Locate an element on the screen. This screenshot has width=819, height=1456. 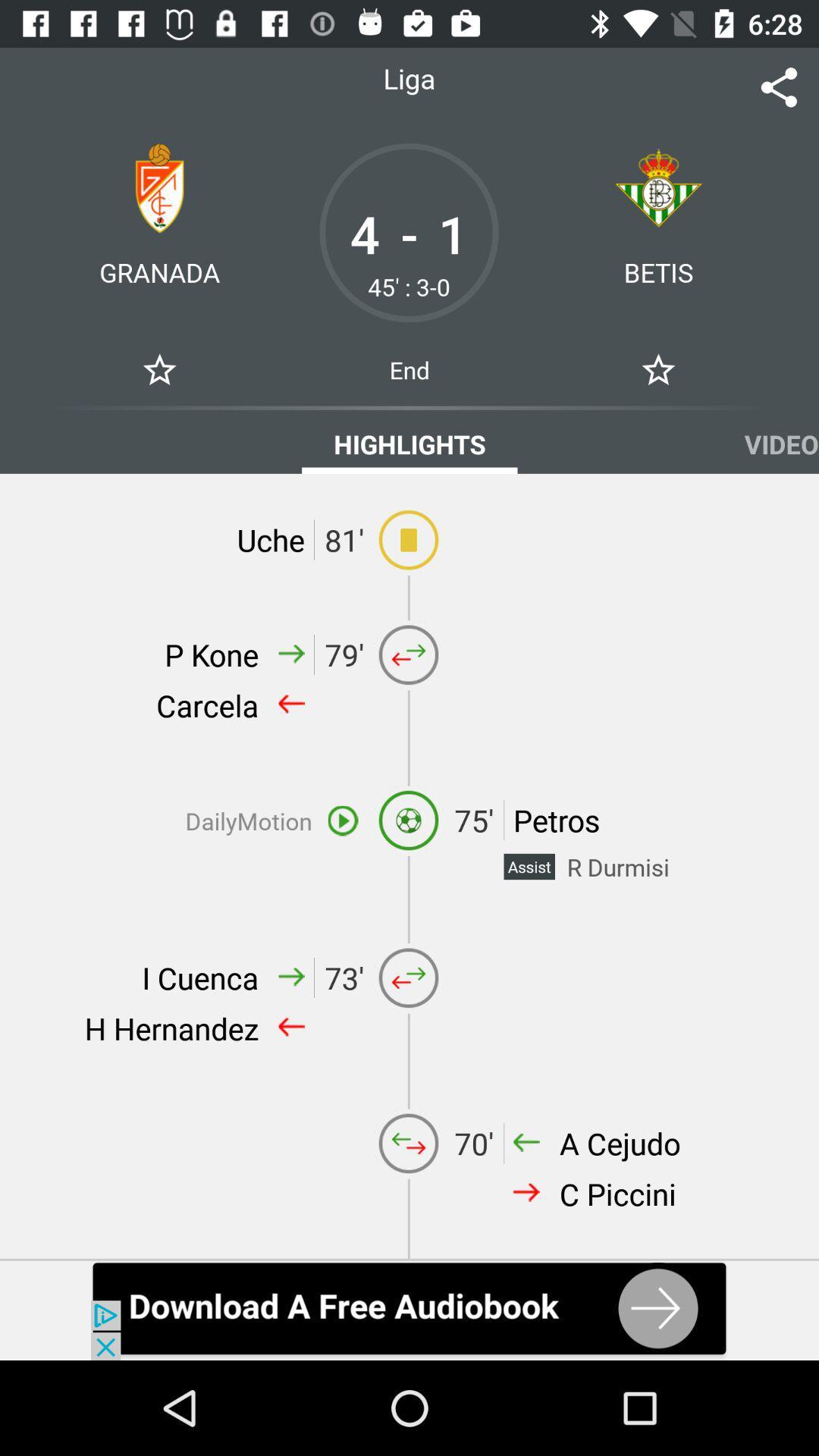
tap to share is located at coordinates (779, 86).